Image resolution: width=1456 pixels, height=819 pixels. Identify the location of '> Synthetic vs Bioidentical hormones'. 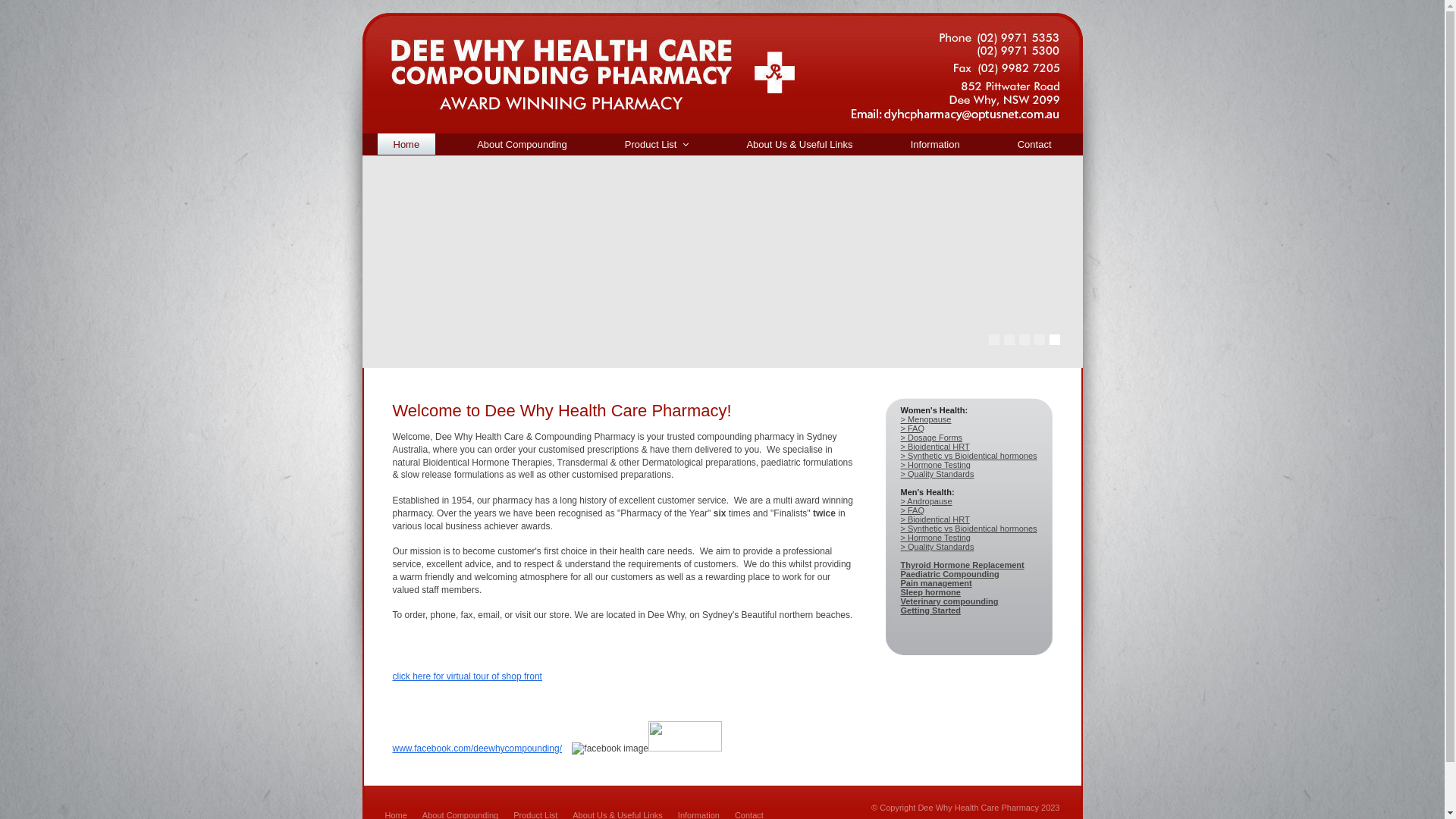
(968, 528).